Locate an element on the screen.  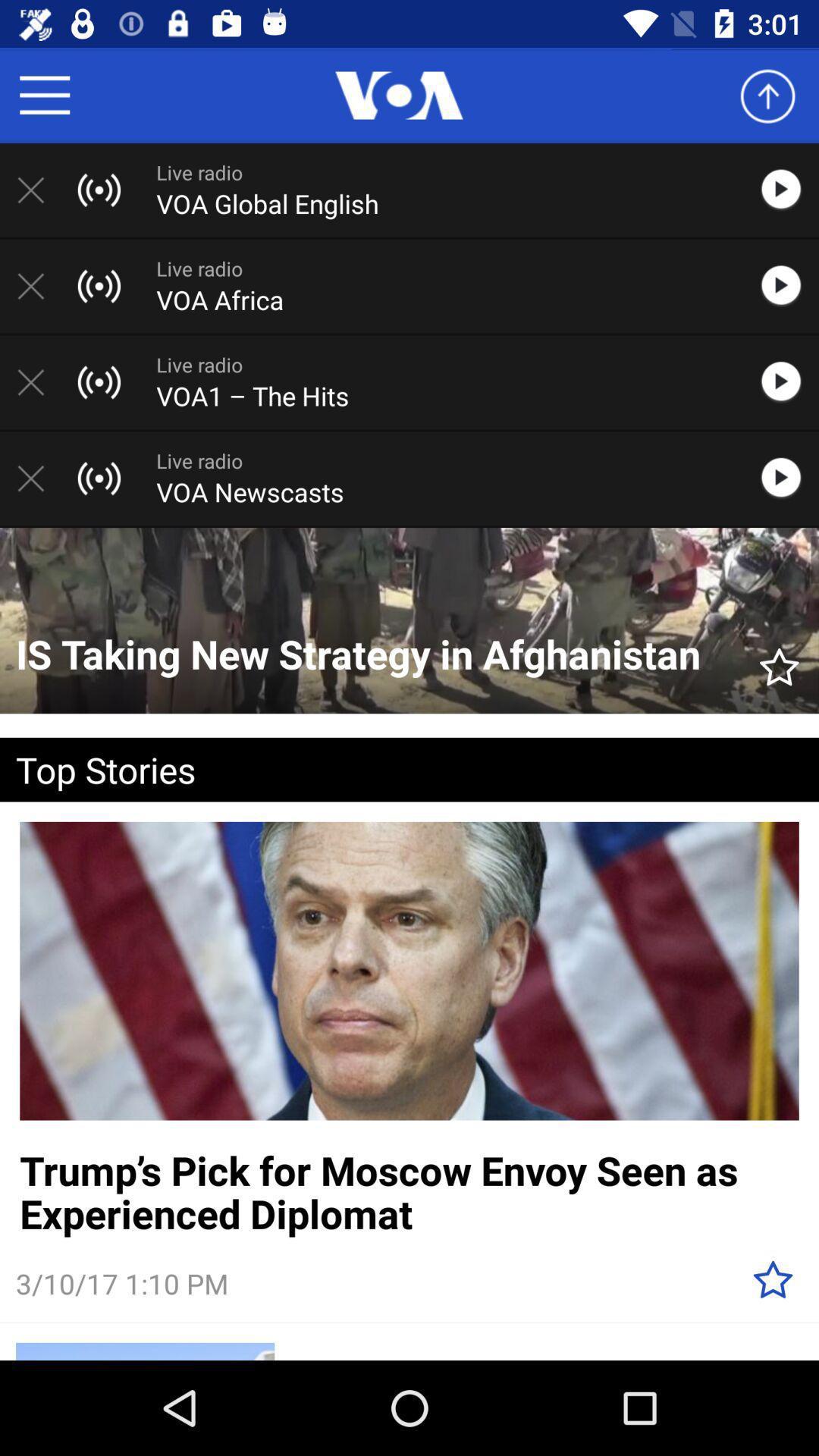
the play icon is located at coordinates (788, 286).